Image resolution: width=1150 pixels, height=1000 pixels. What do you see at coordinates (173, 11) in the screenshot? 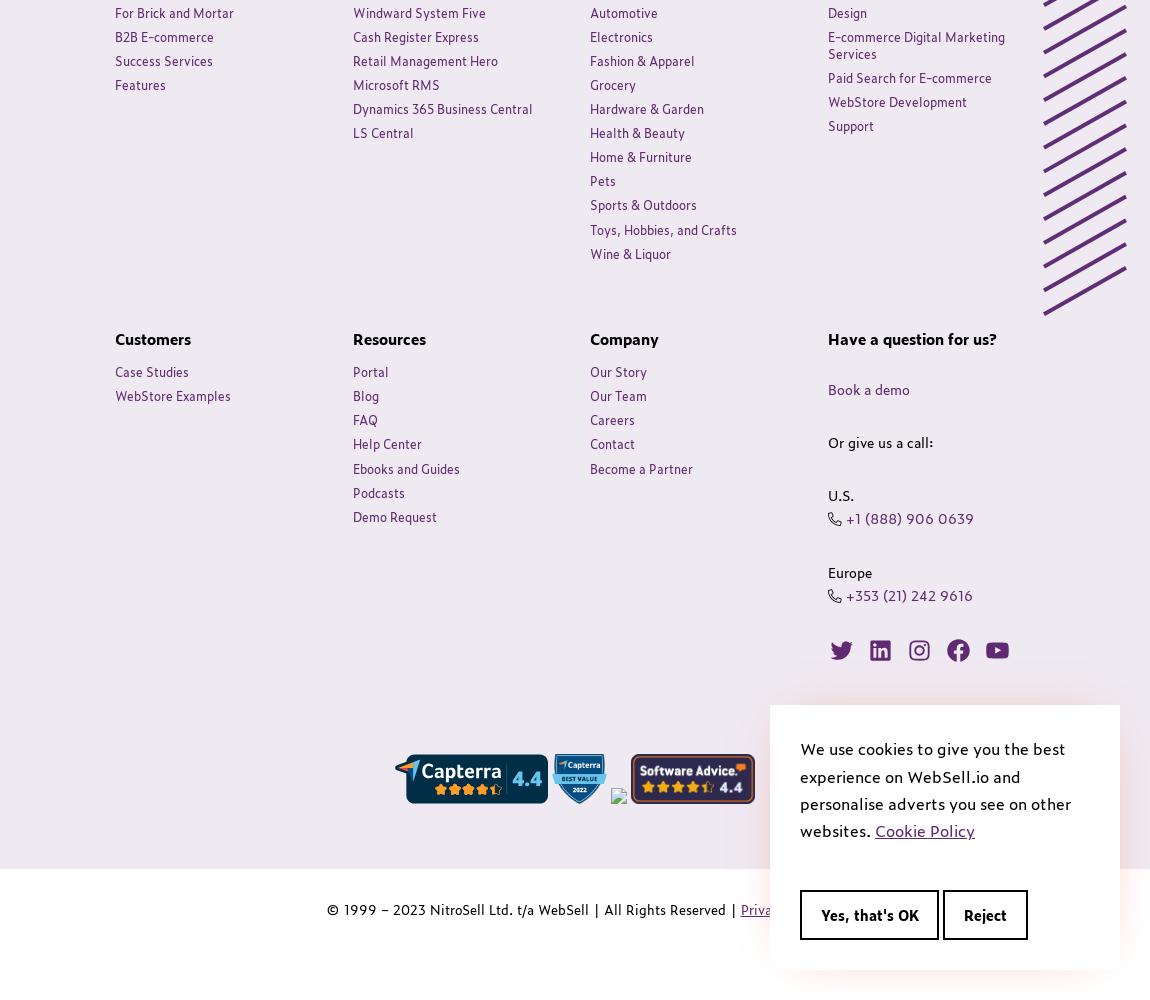
I see `'For Brick and Mortar'` at bounding box center [173, 11].